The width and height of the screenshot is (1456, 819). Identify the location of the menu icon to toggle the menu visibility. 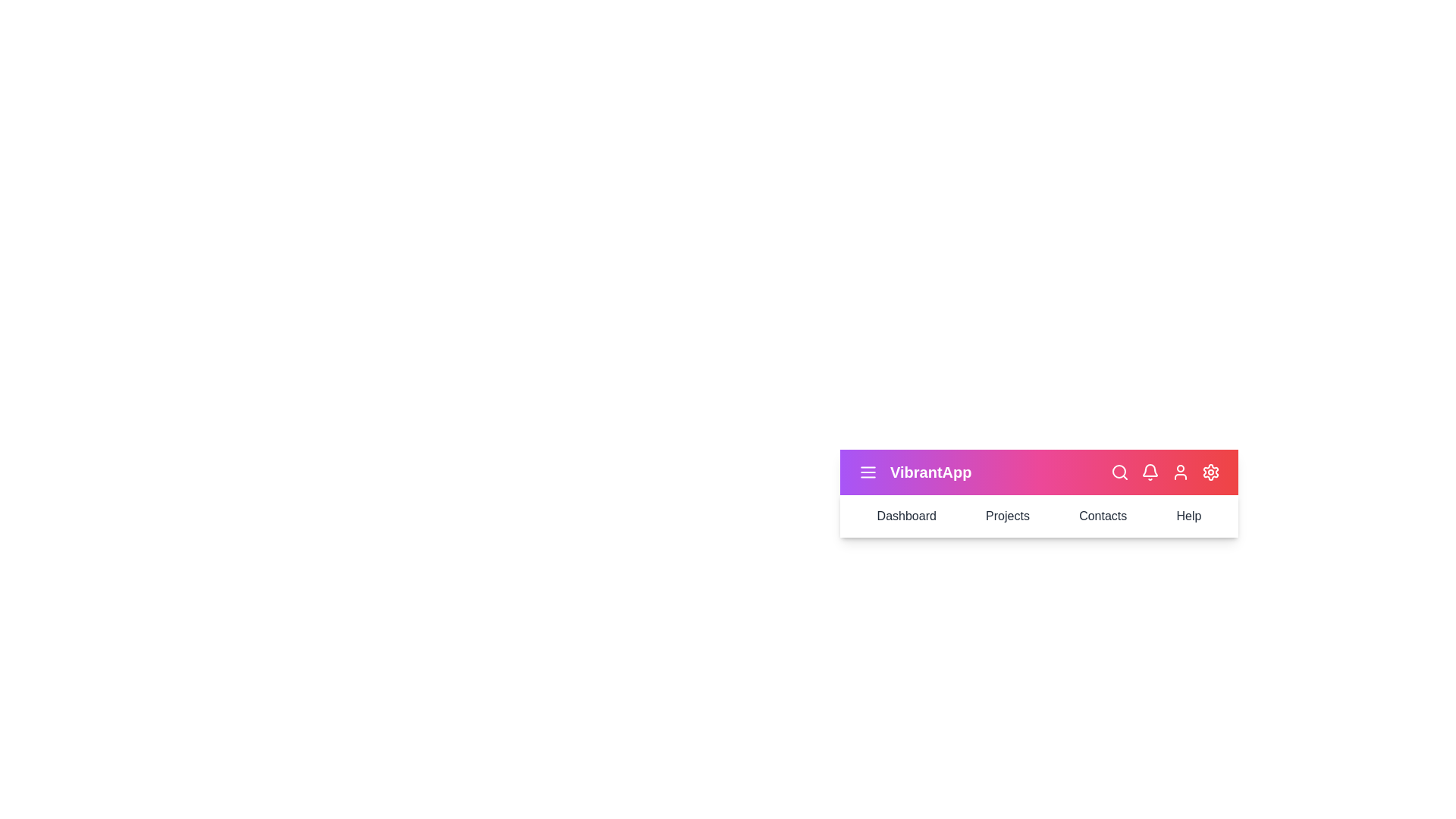
(868, 472).